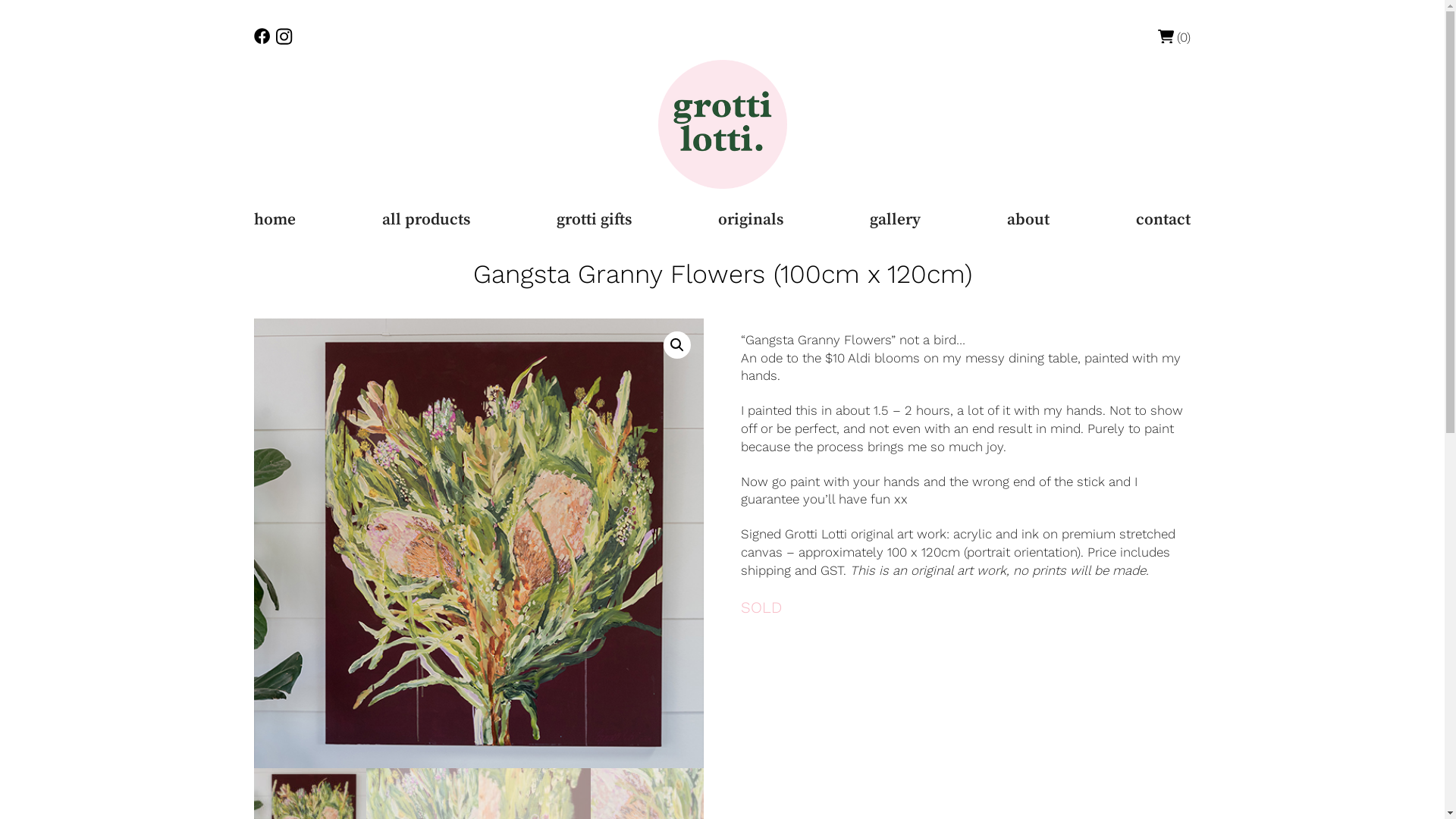  I want to click on 'all products', so click(425, 219).